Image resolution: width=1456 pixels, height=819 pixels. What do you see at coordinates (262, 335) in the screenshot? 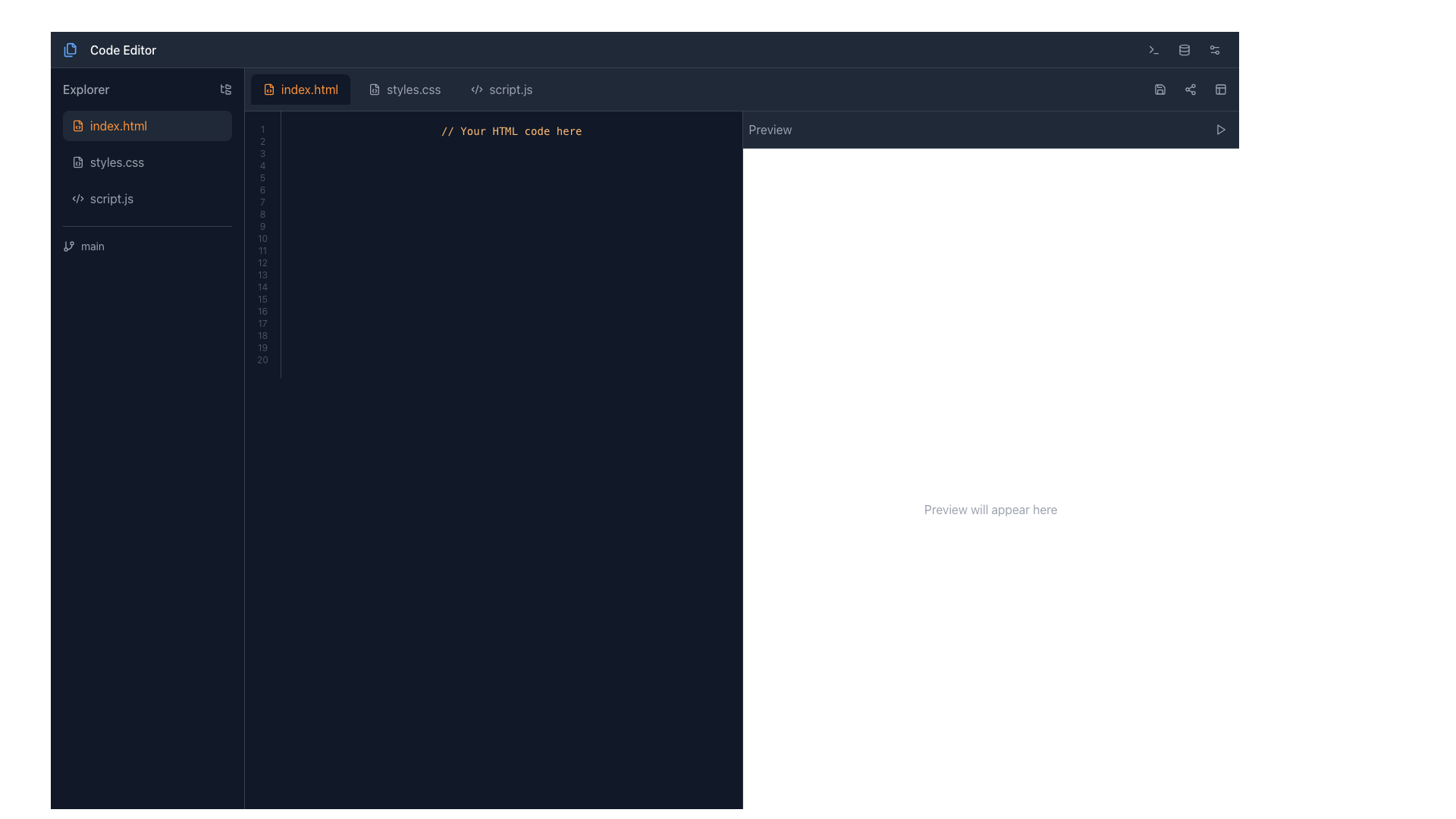
I see `the static text element displaying the number '18' in gray tone, which is the 18th item in a vertical list of numbers on the left sidebar` at bounding box center [262, 335].